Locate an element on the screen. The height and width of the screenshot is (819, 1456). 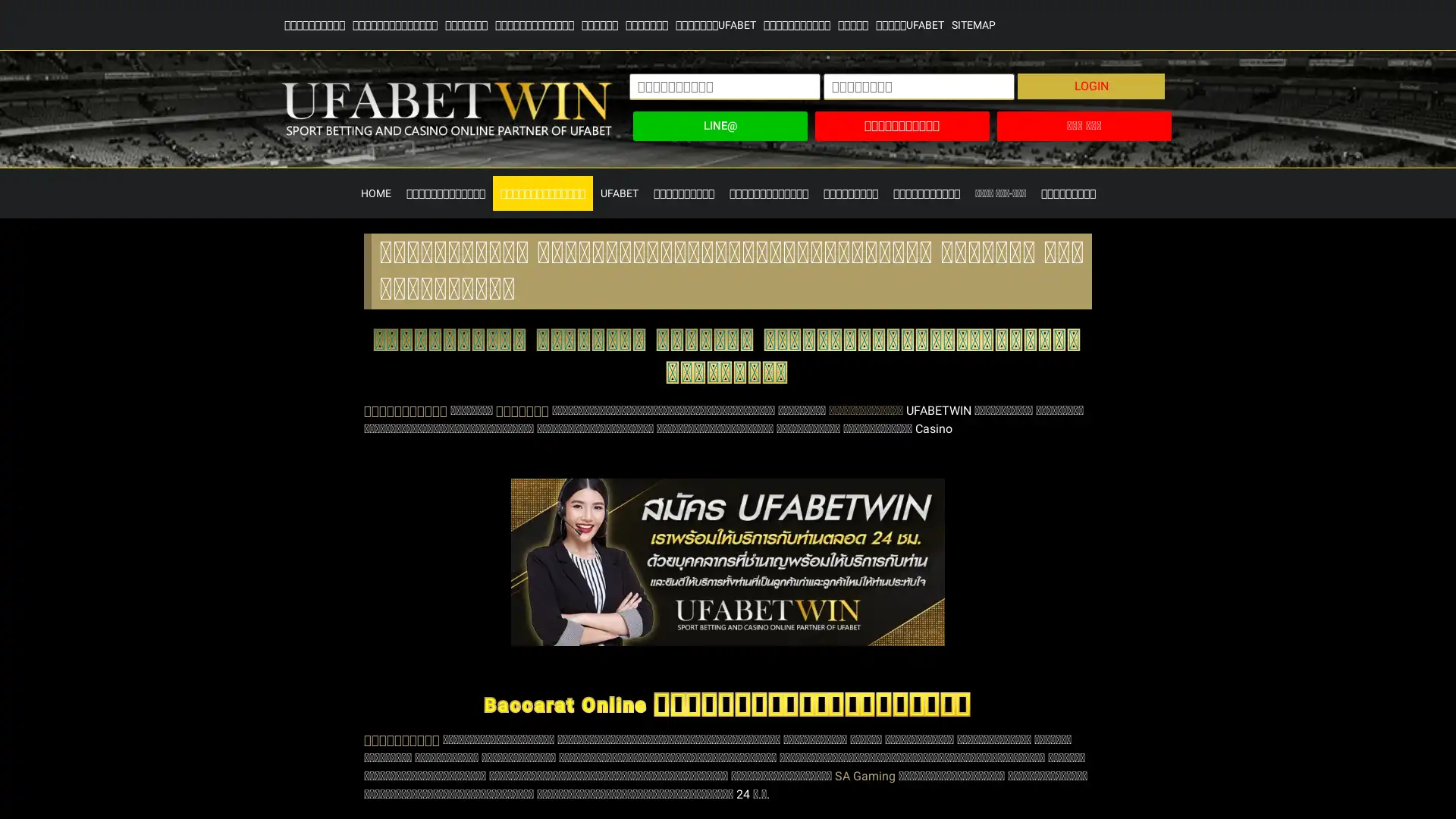
LINE@ is located at coordinates (719, 125).